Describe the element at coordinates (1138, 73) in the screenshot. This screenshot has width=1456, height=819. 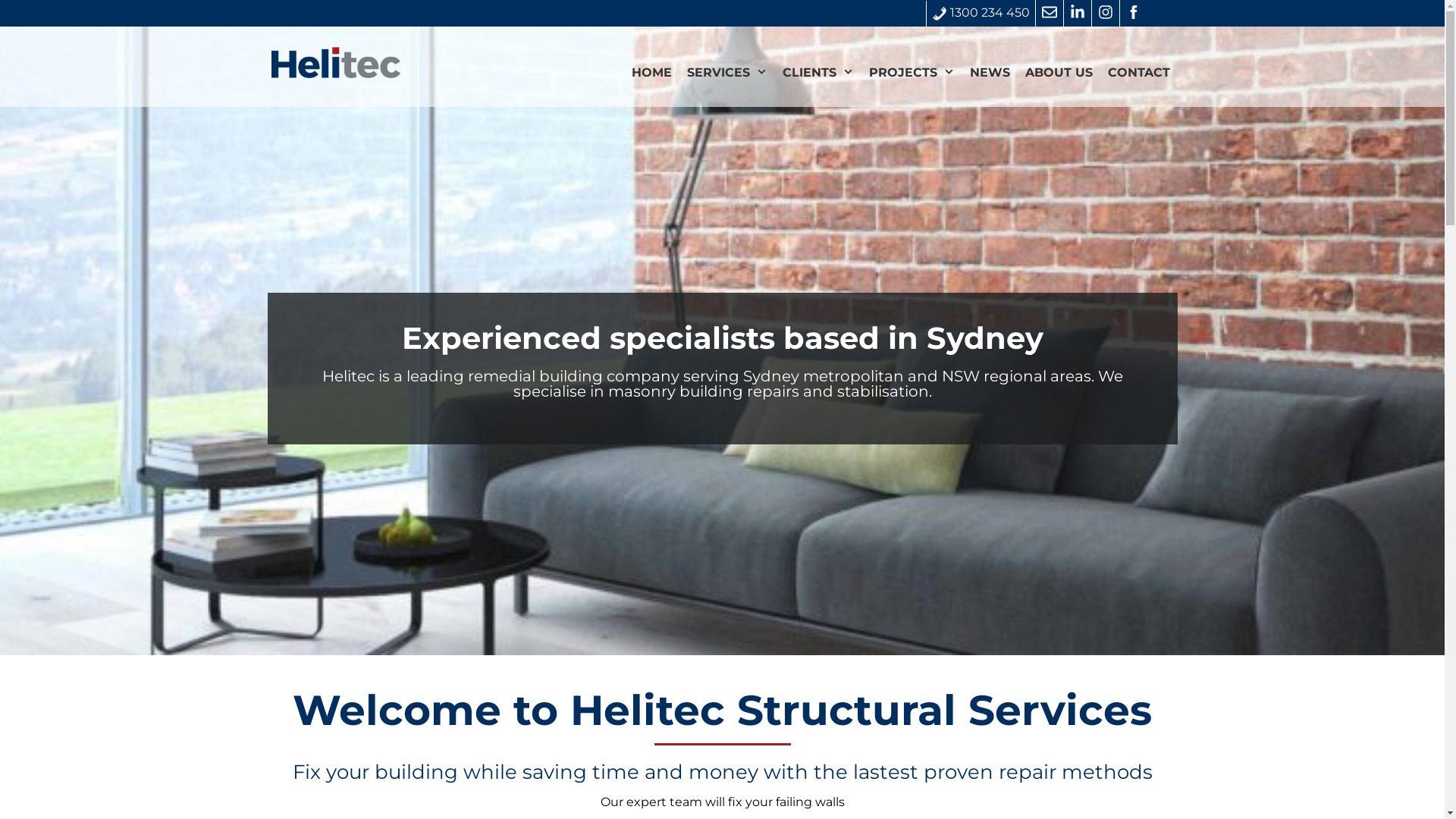
I see `'CONTACT'` at that location.